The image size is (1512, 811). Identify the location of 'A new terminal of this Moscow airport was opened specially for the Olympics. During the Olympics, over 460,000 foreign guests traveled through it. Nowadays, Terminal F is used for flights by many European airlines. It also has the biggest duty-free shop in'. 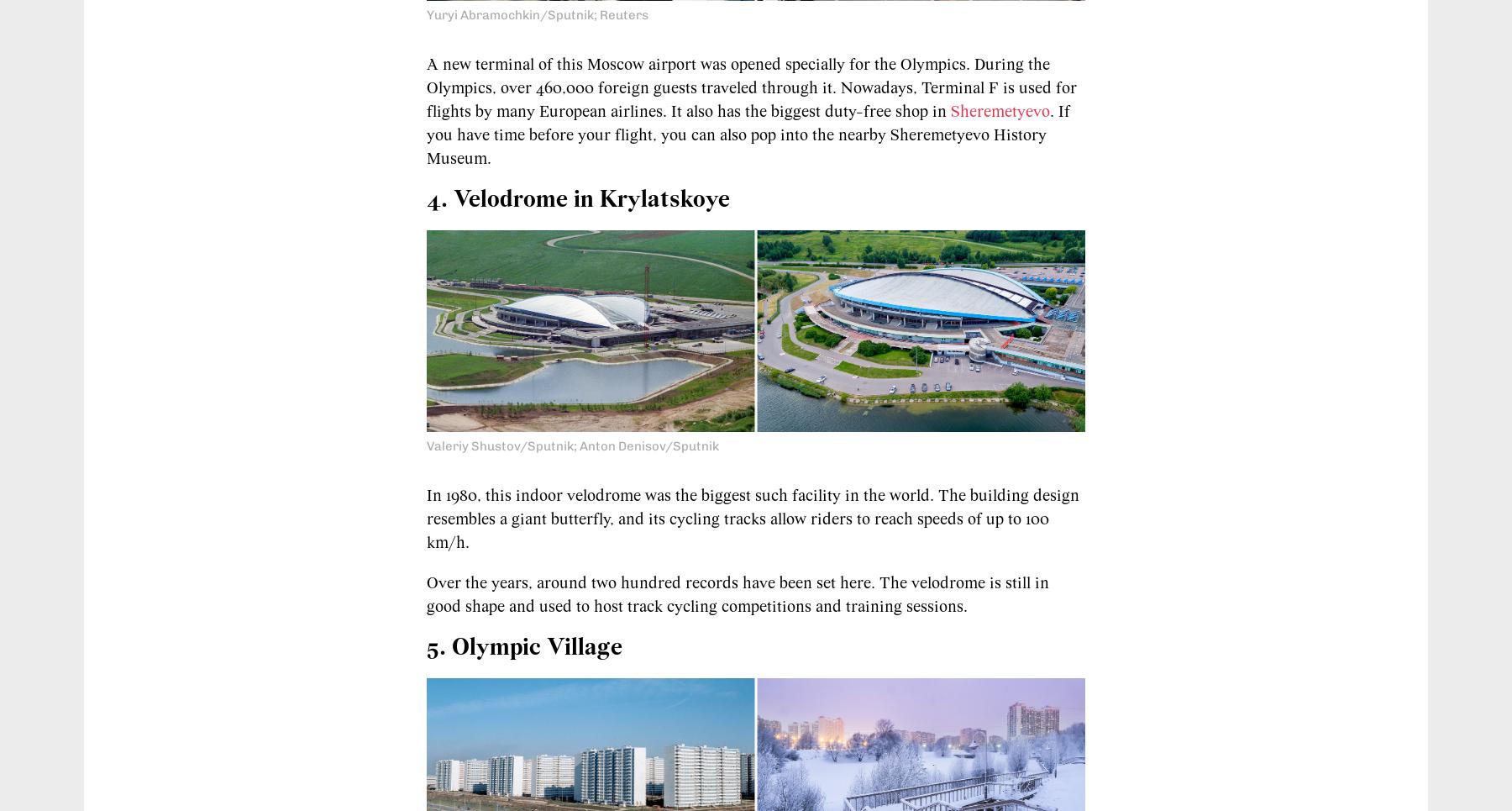
(751, 87).